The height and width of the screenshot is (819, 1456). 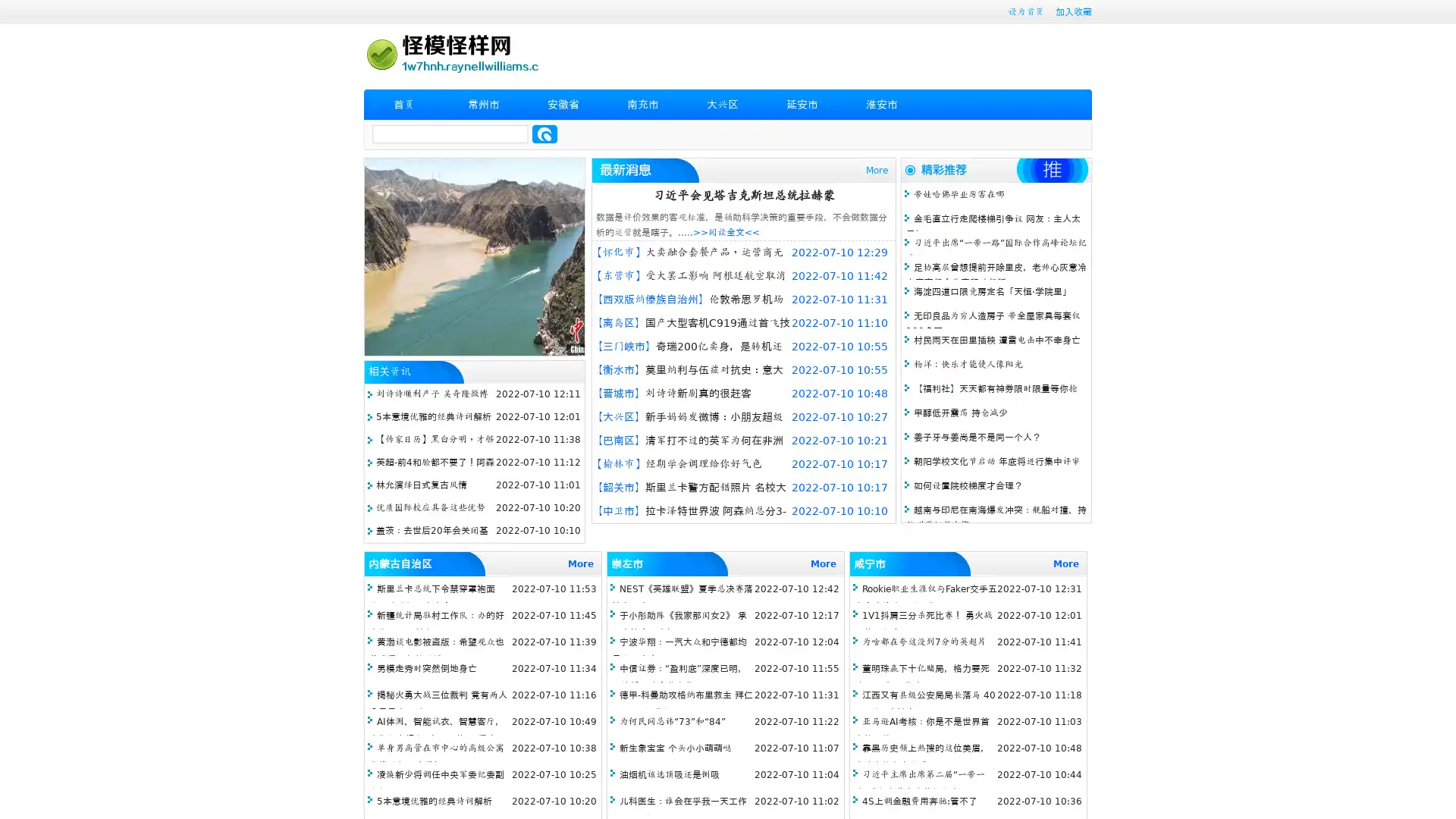 I want to click on Search, so click(x=544, y=133).